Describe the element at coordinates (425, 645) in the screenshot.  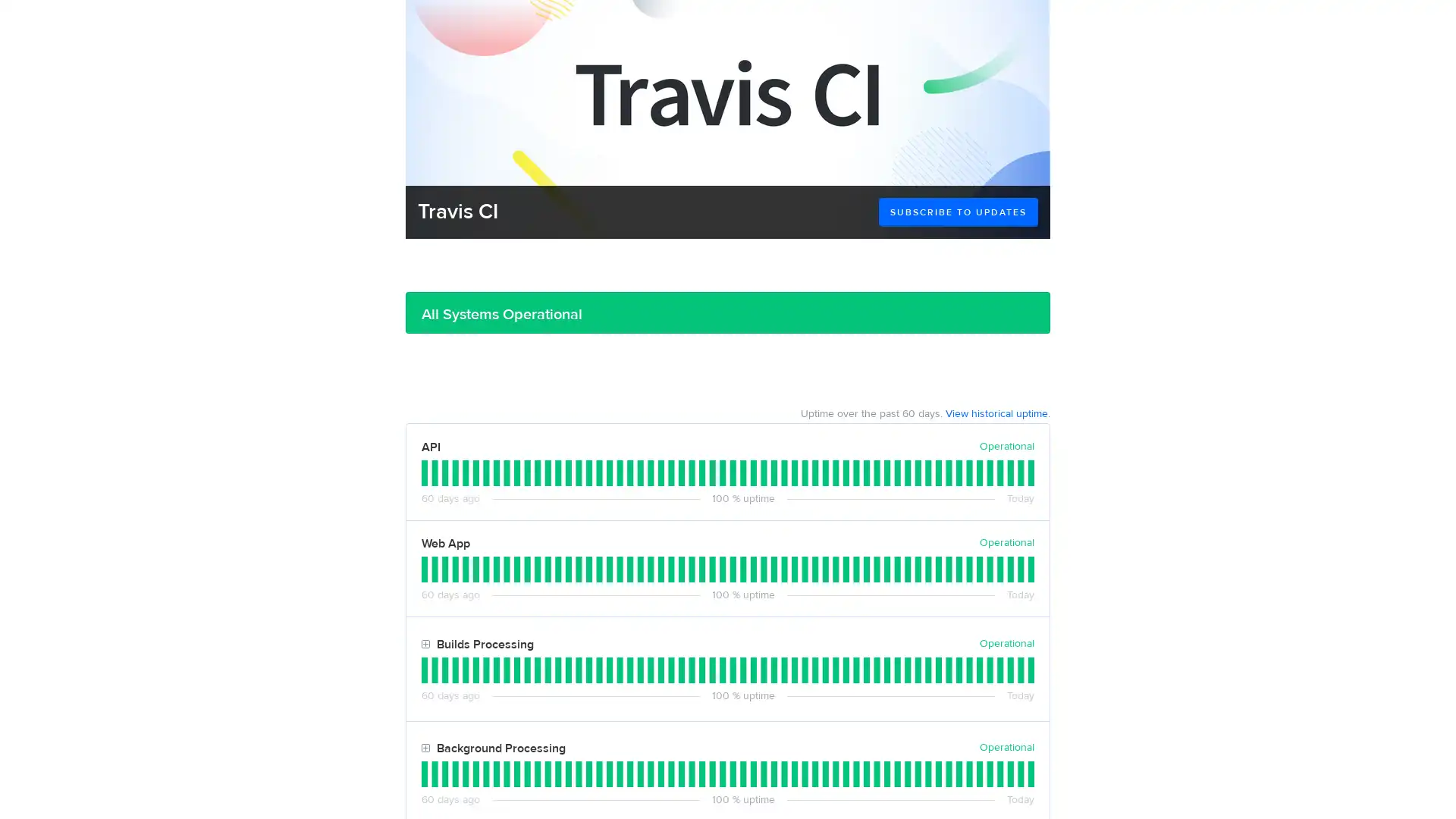
I see `Toggle Builds Processing` at that location.